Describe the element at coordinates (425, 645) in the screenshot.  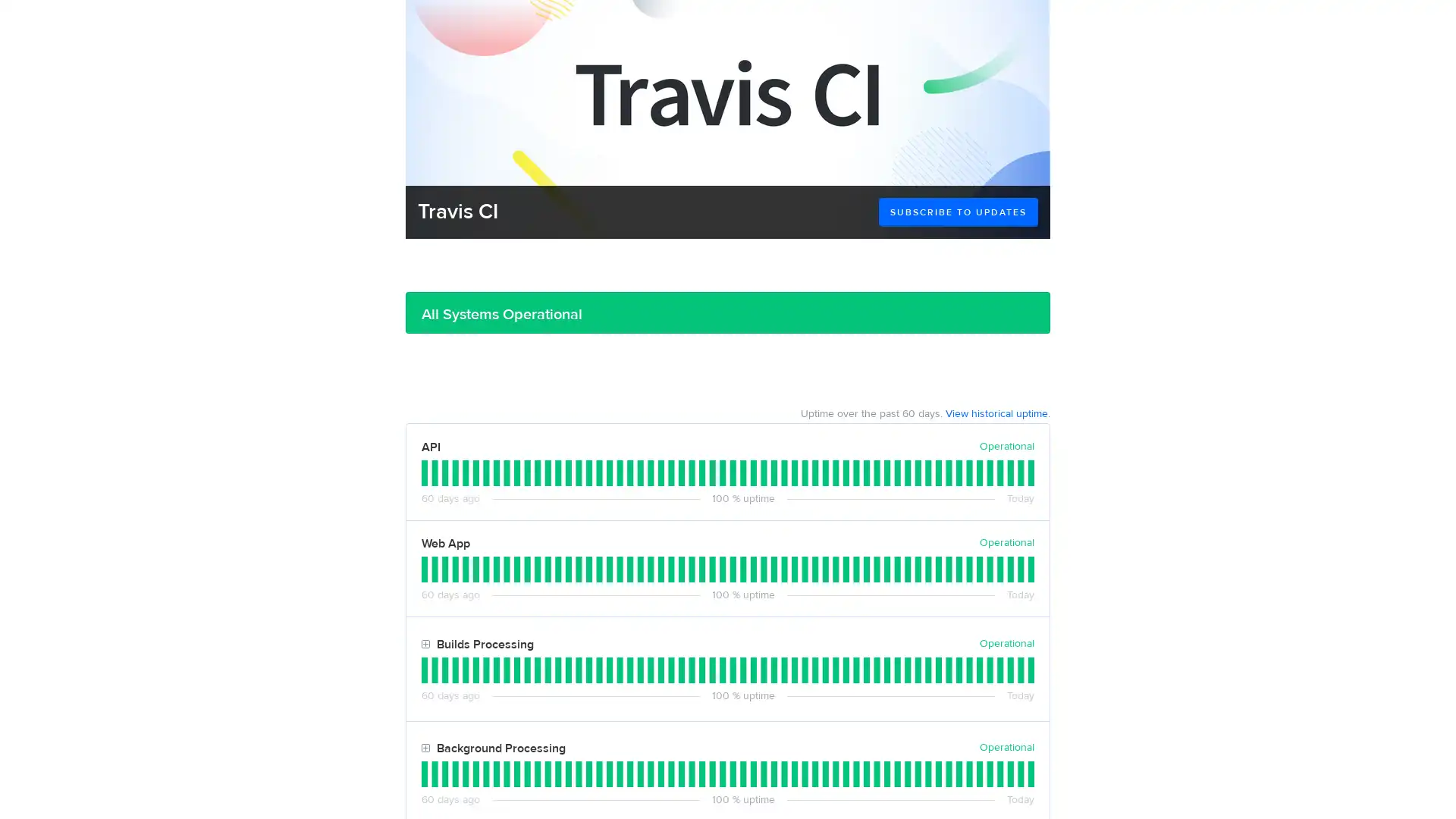
I see `Toggle Builds Processing` at that location.